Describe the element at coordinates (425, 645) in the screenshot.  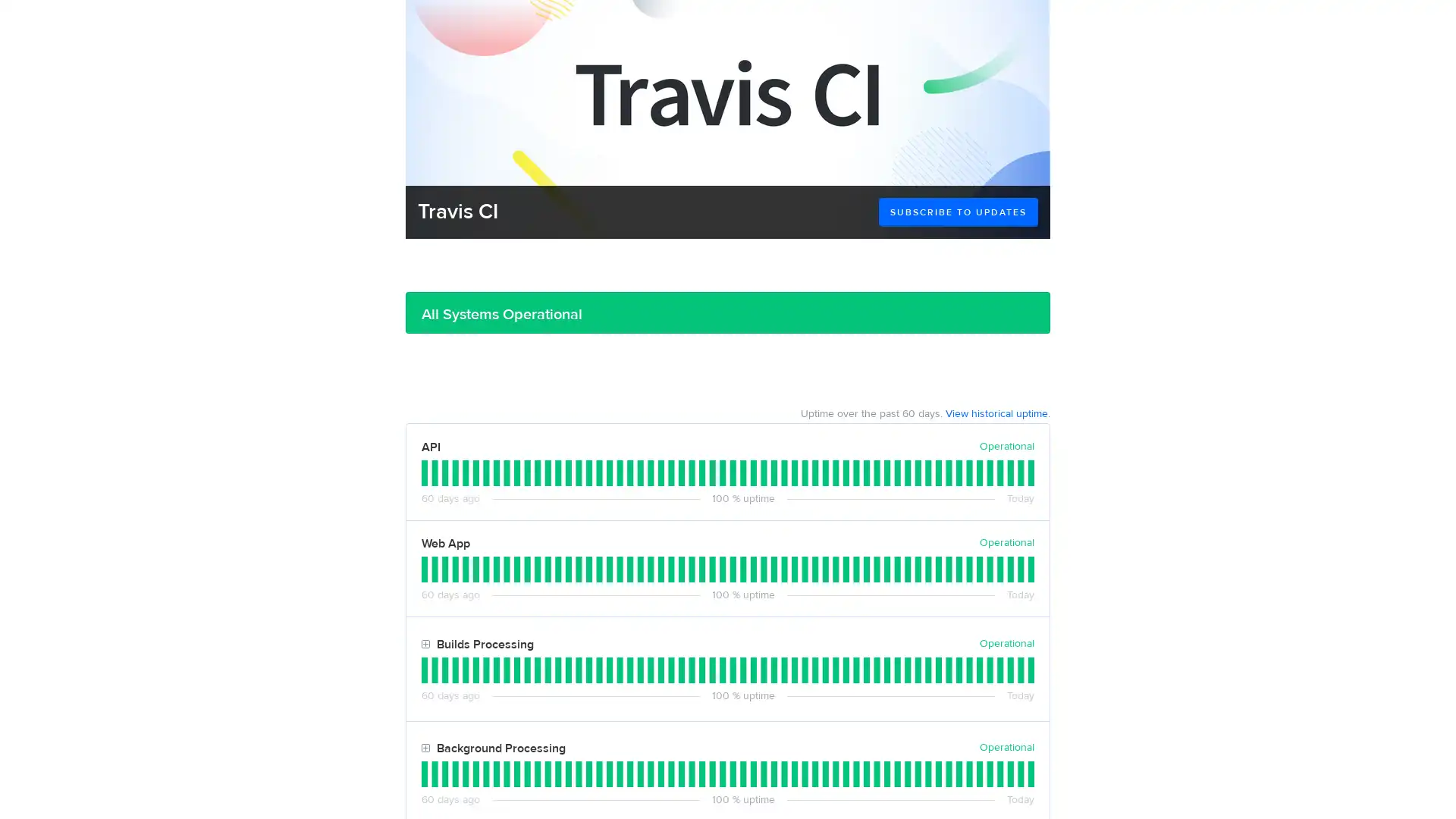
I see `Toggle Builds Processing` at that location.